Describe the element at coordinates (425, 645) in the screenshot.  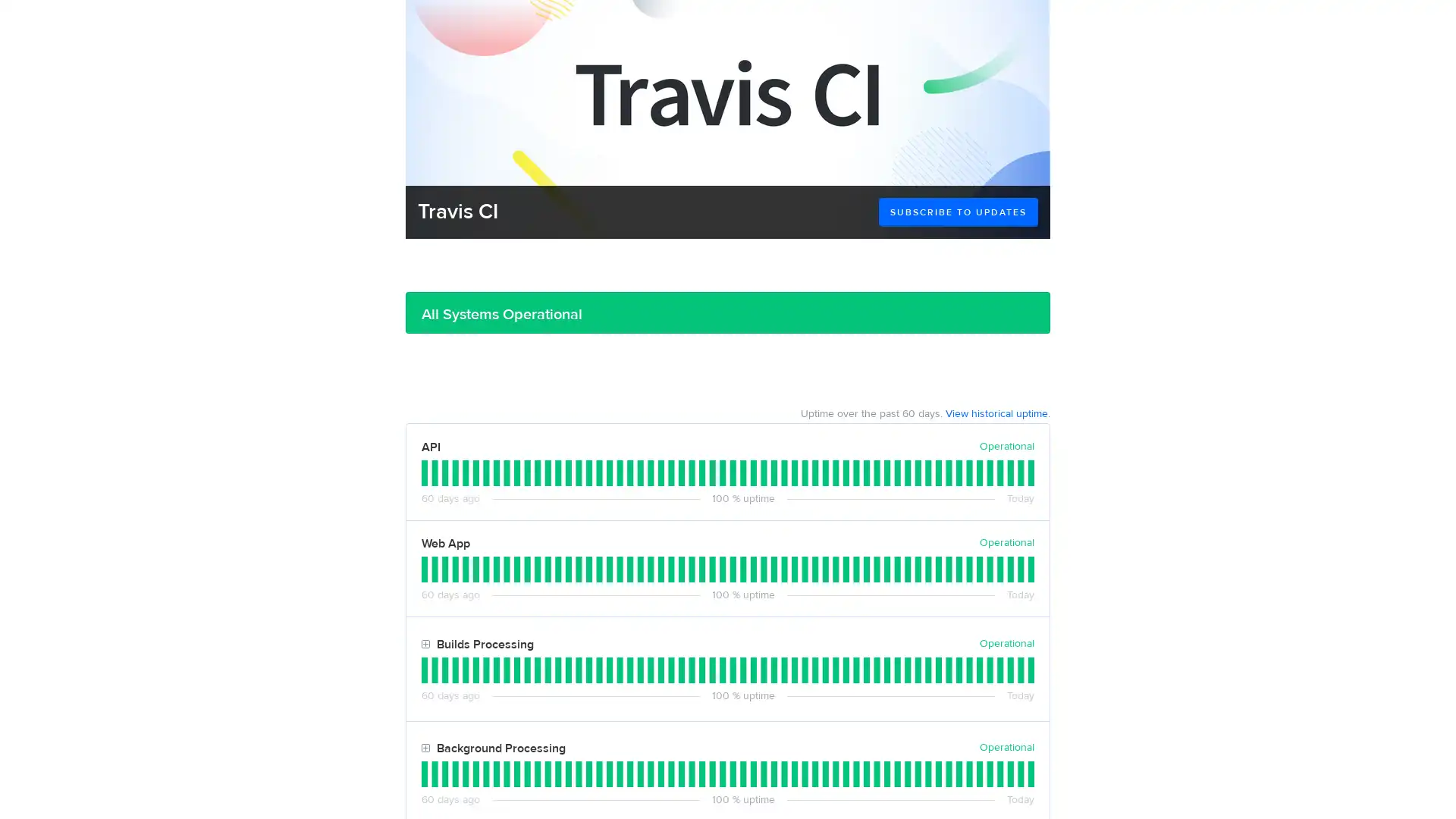
I see `Toggle Builds Processing` at that location.